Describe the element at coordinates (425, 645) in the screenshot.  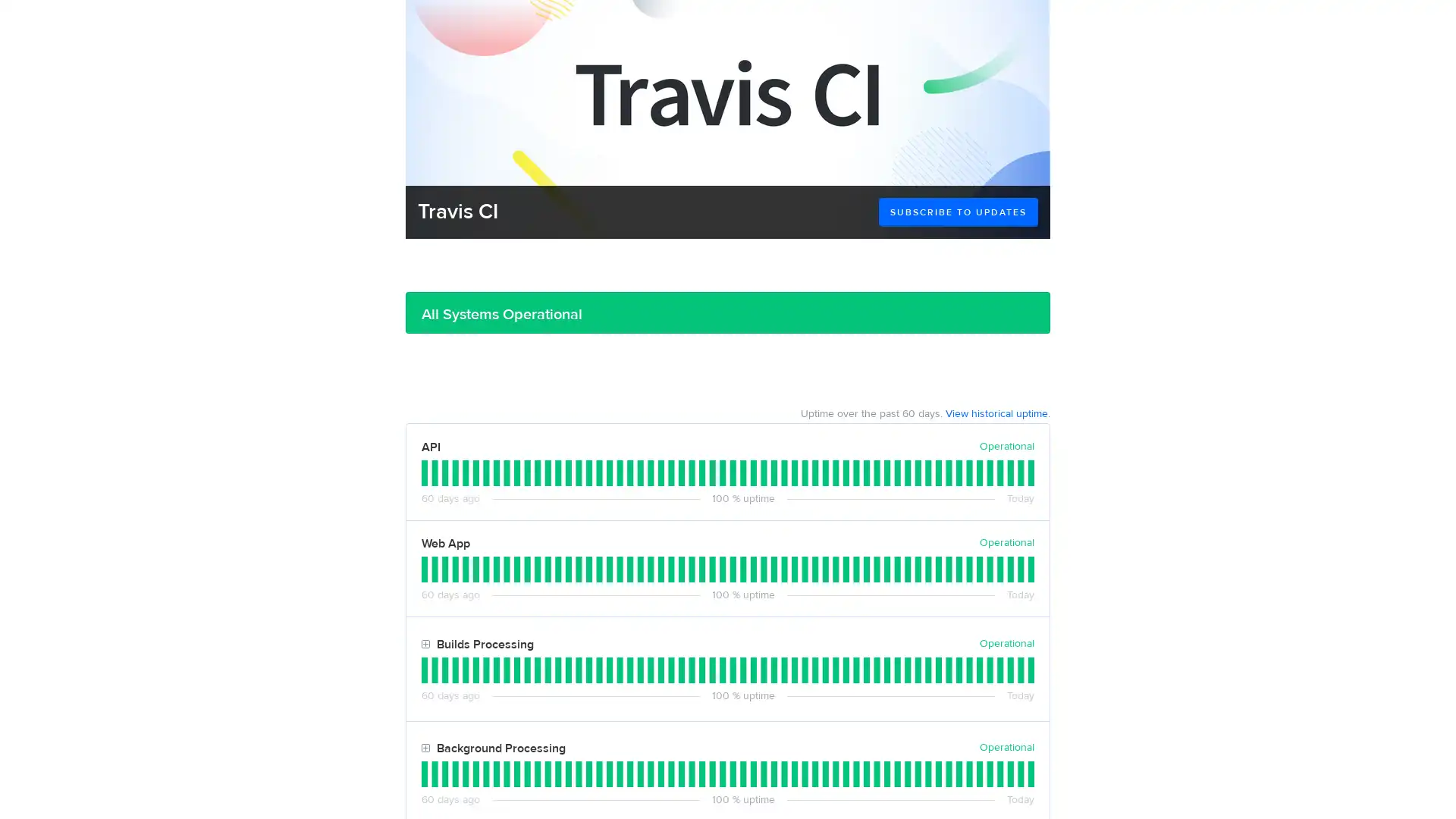
I see `Toggle Builds Processing` at that location.